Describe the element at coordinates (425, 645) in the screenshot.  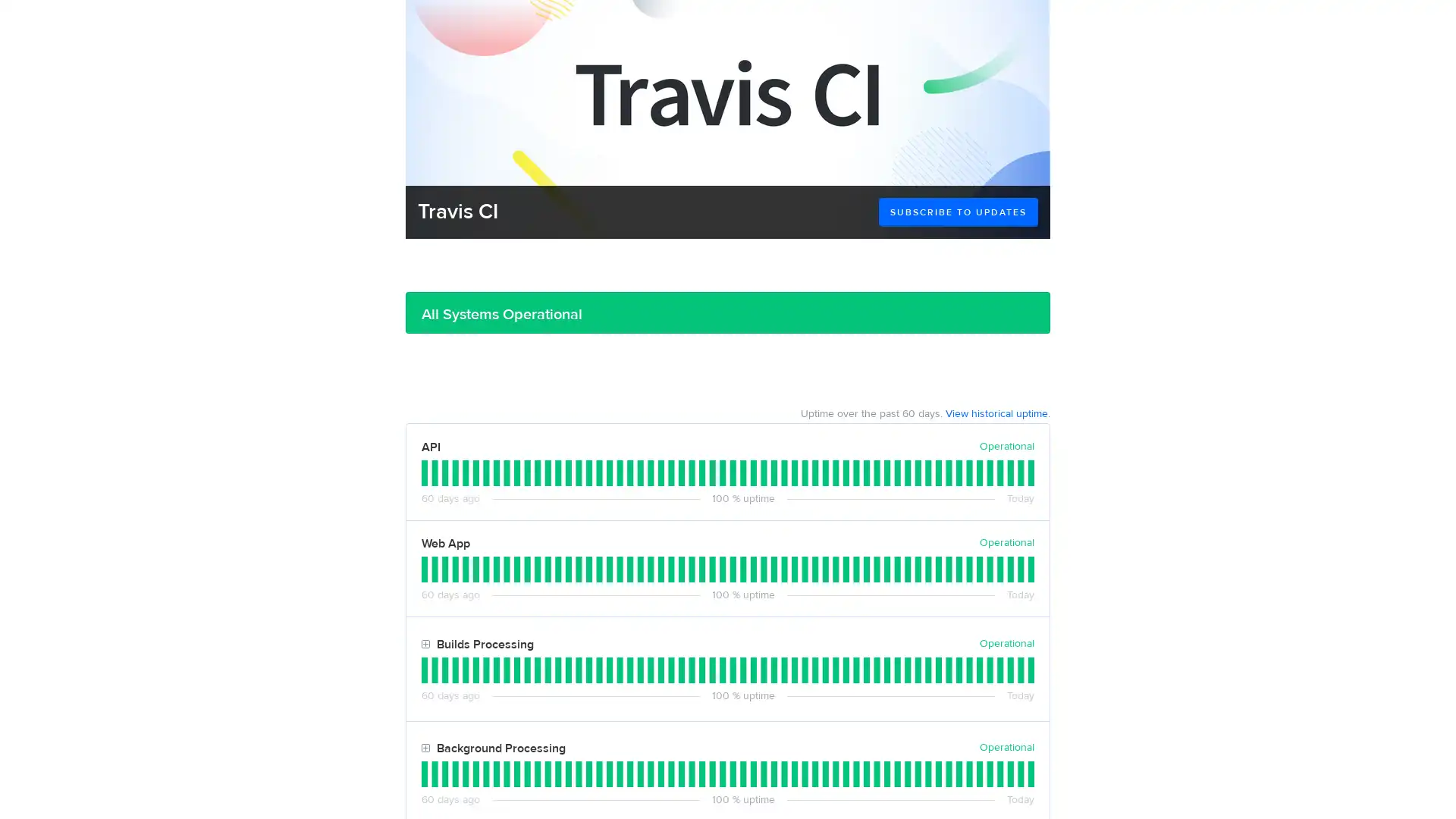
I see `Toggle Builds Processing` at that location.